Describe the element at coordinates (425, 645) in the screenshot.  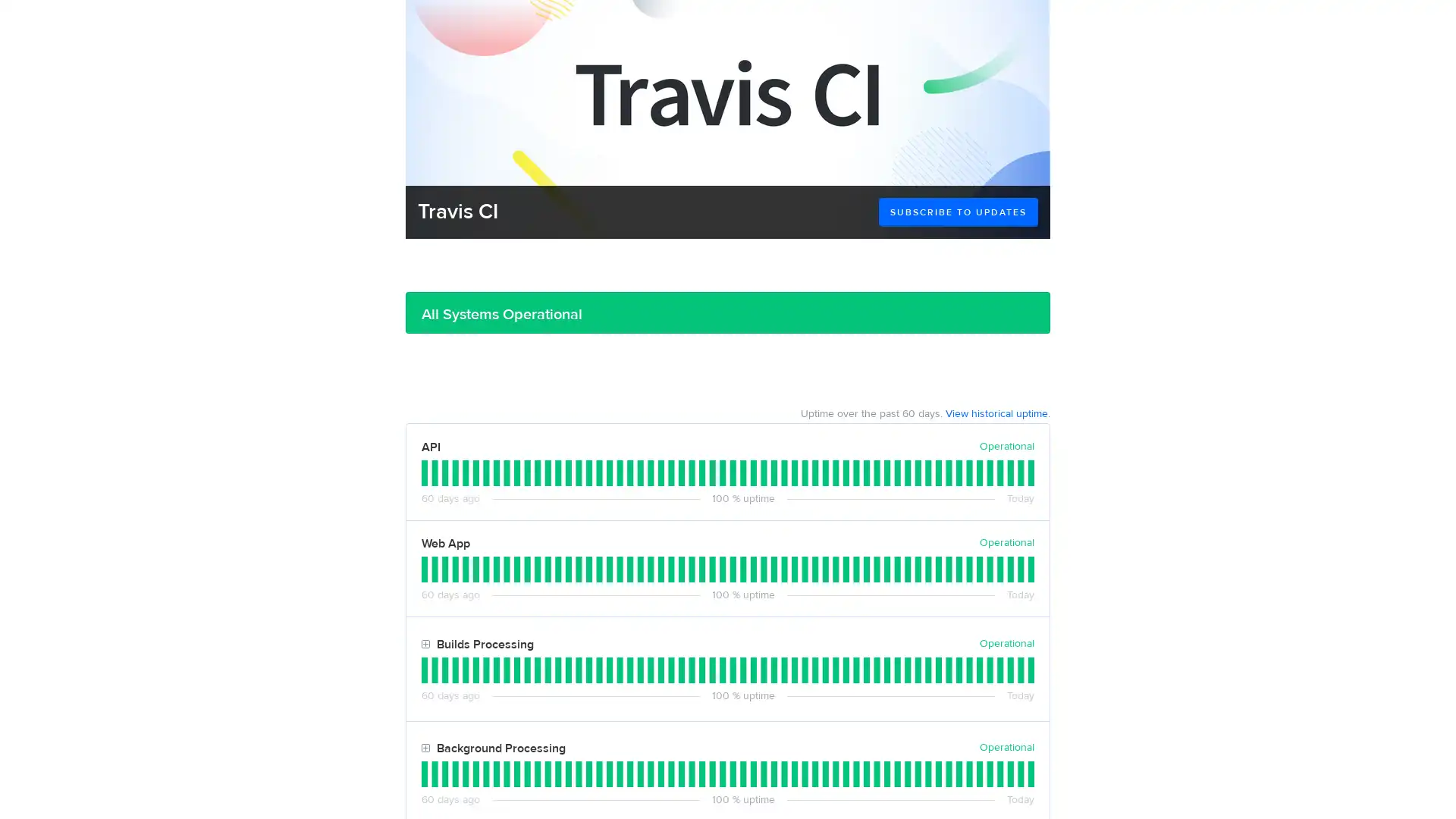
I see `Toggle Builds Processing` at that location.